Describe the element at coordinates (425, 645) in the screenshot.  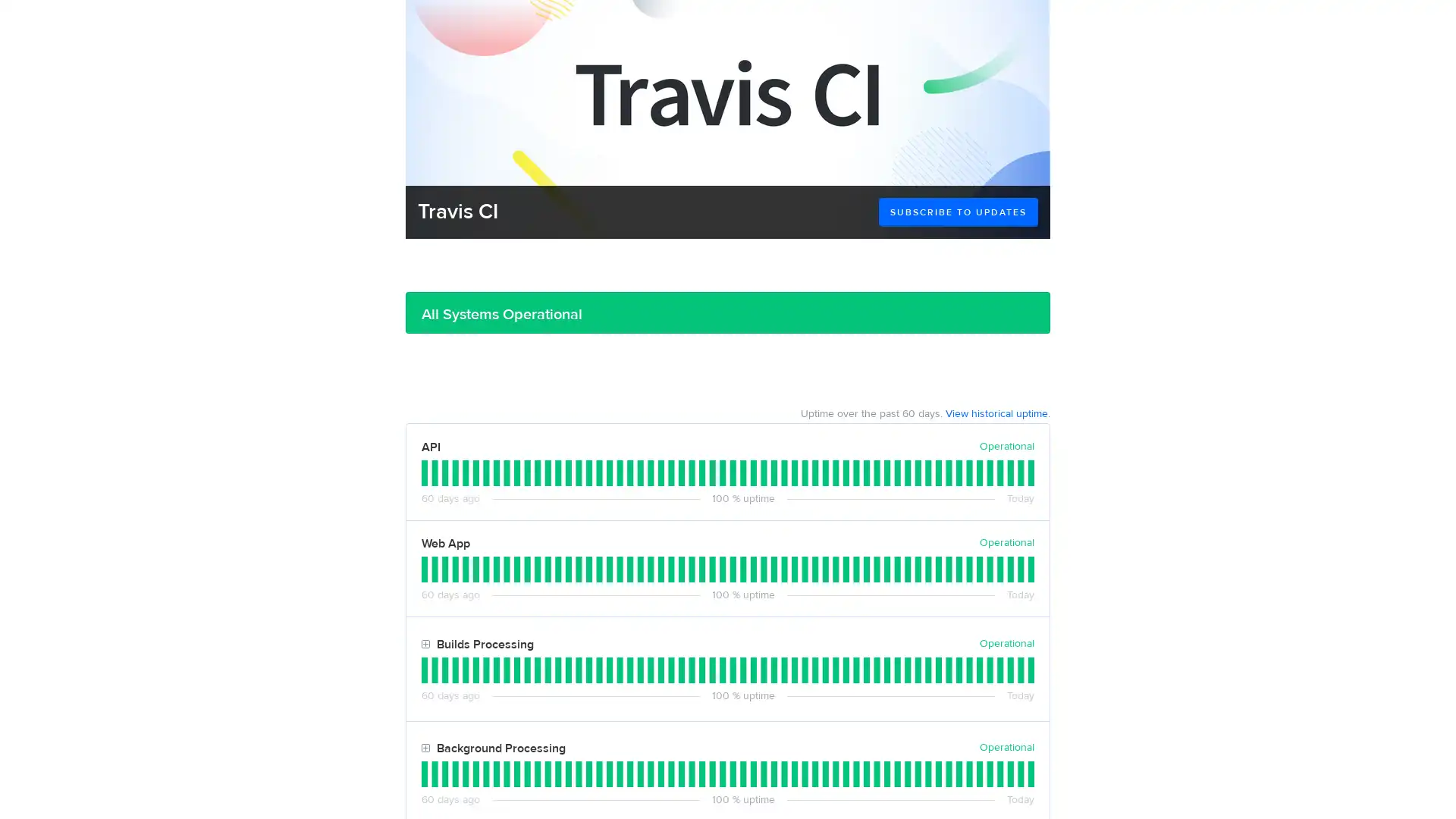
I see `Toggle Builds Processing` at that location.